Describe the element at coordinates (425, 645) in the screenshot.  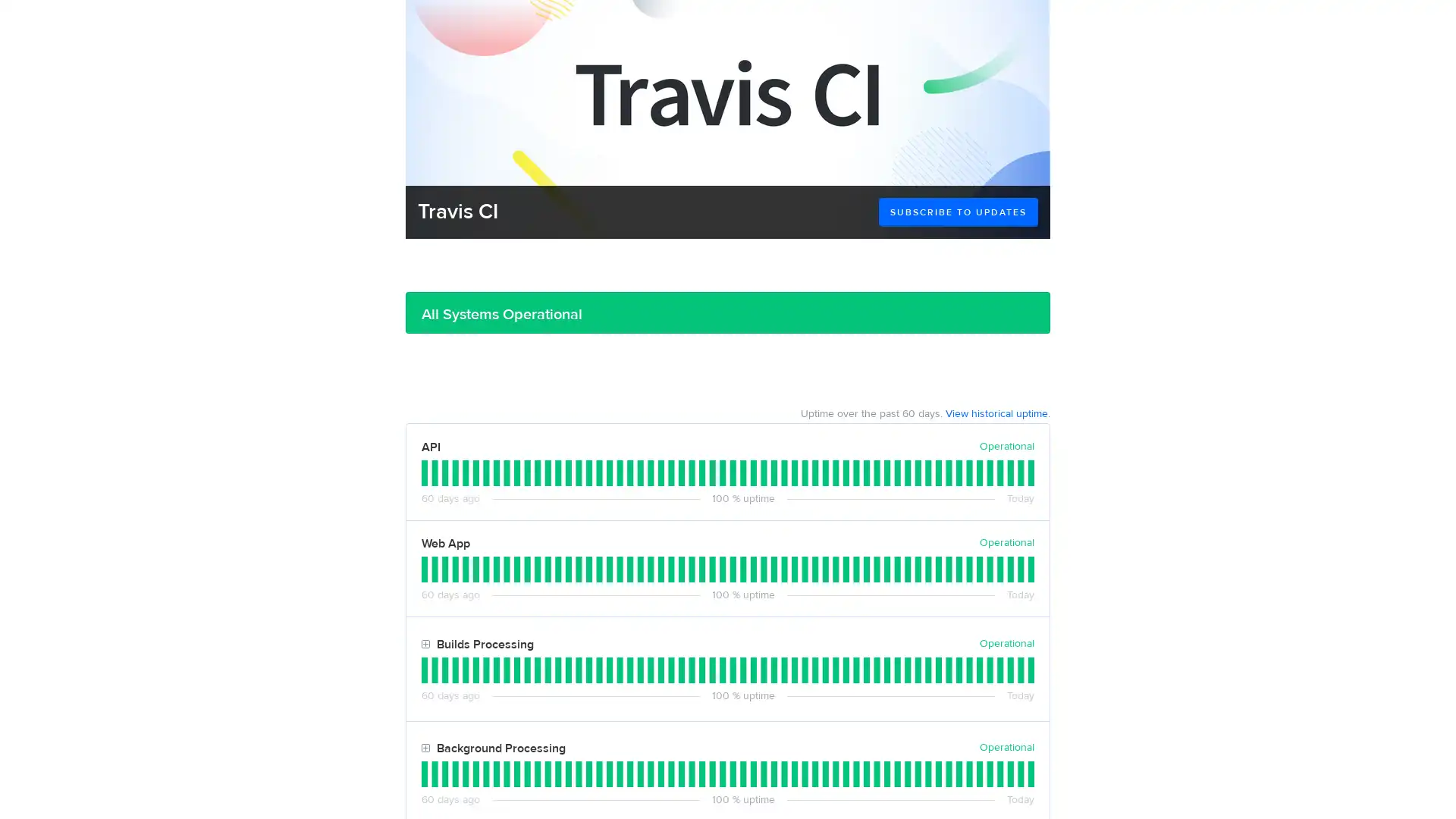
I see `Toggle Builds Processing` at that location.